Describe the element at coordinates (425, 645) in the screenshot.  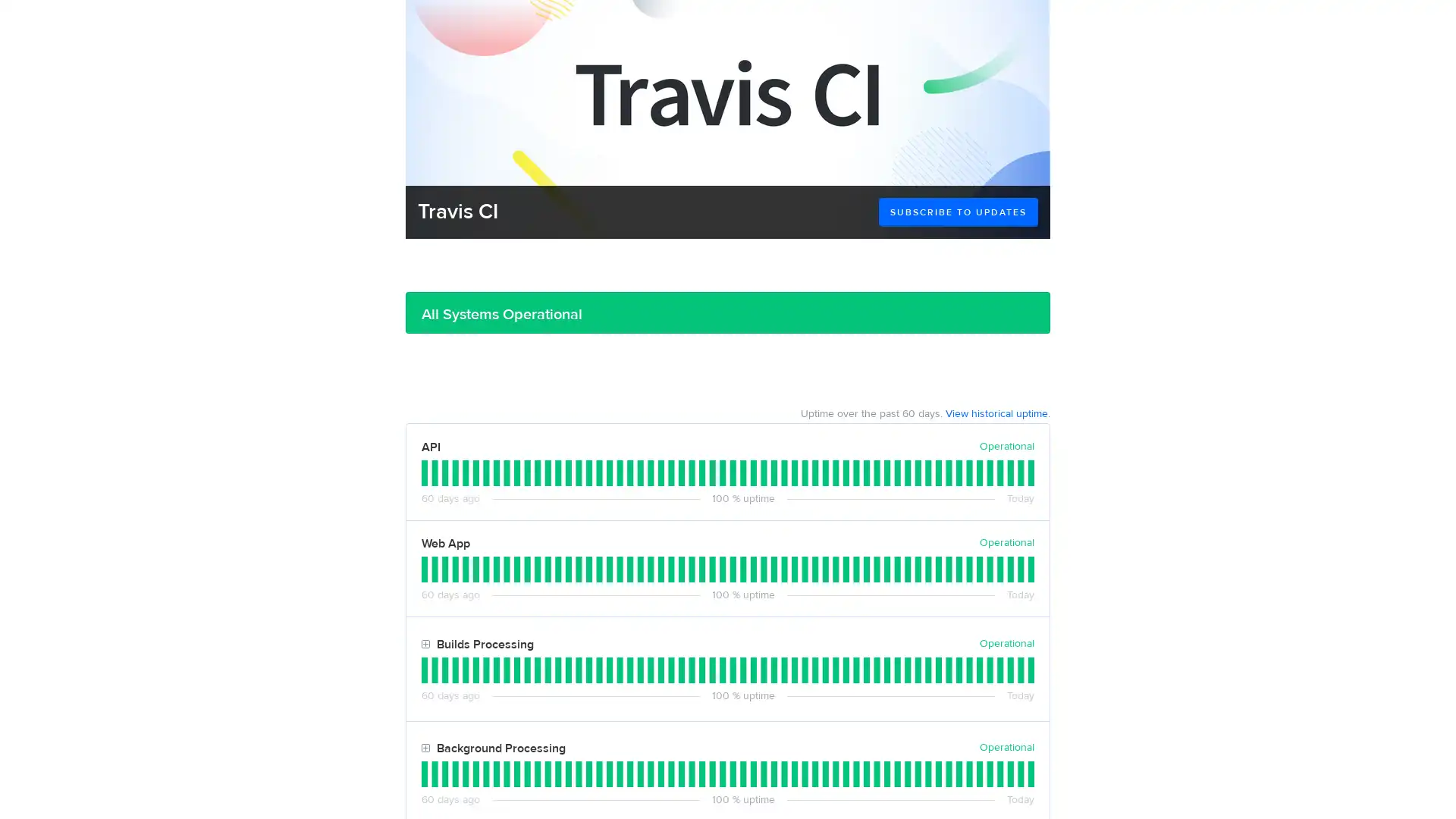
I see `Toggle Builds Processing` at that location.